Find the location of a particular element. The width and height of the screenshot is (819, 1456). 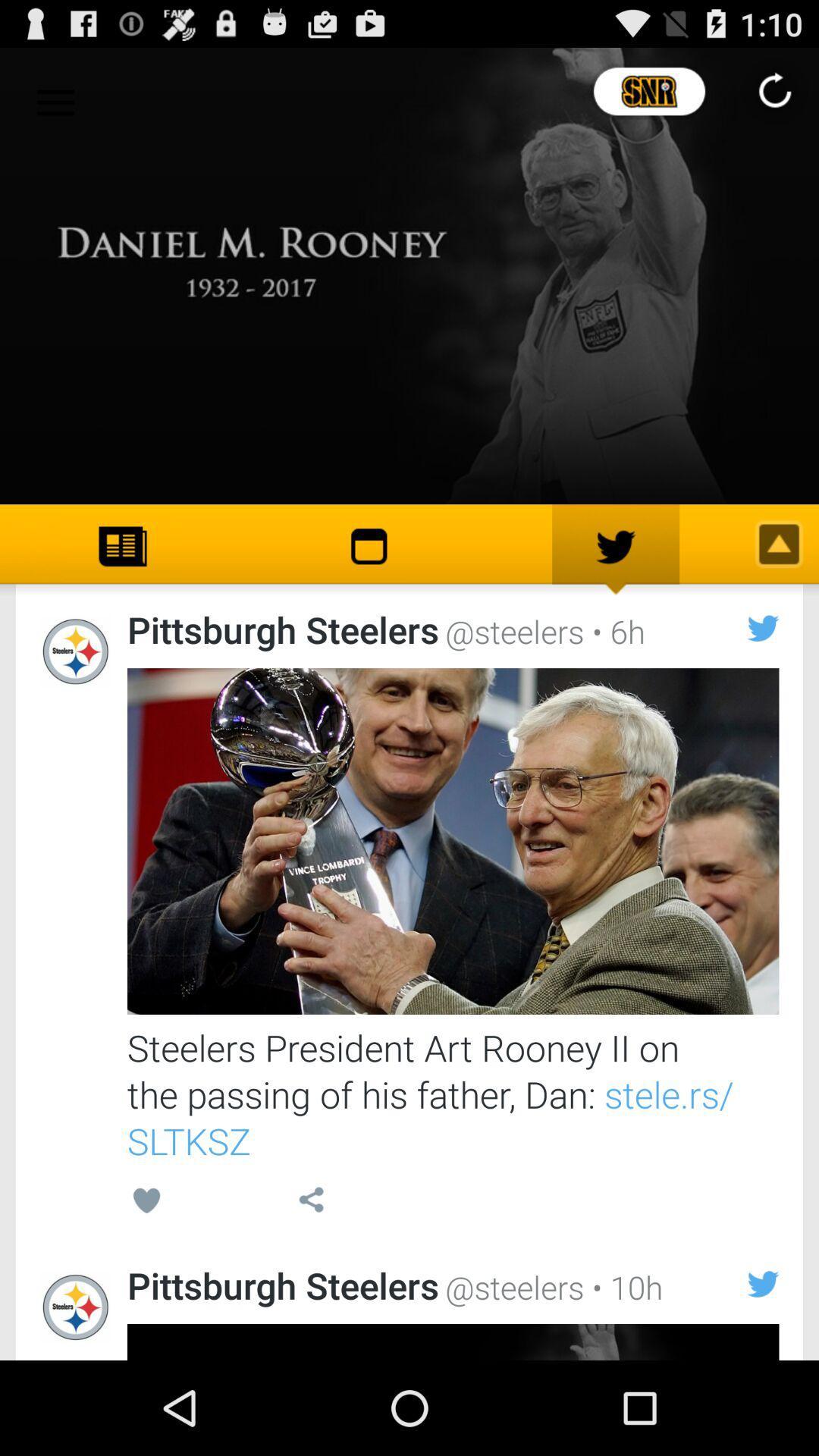

steelers president art item is located at coordinates (452, 1094).